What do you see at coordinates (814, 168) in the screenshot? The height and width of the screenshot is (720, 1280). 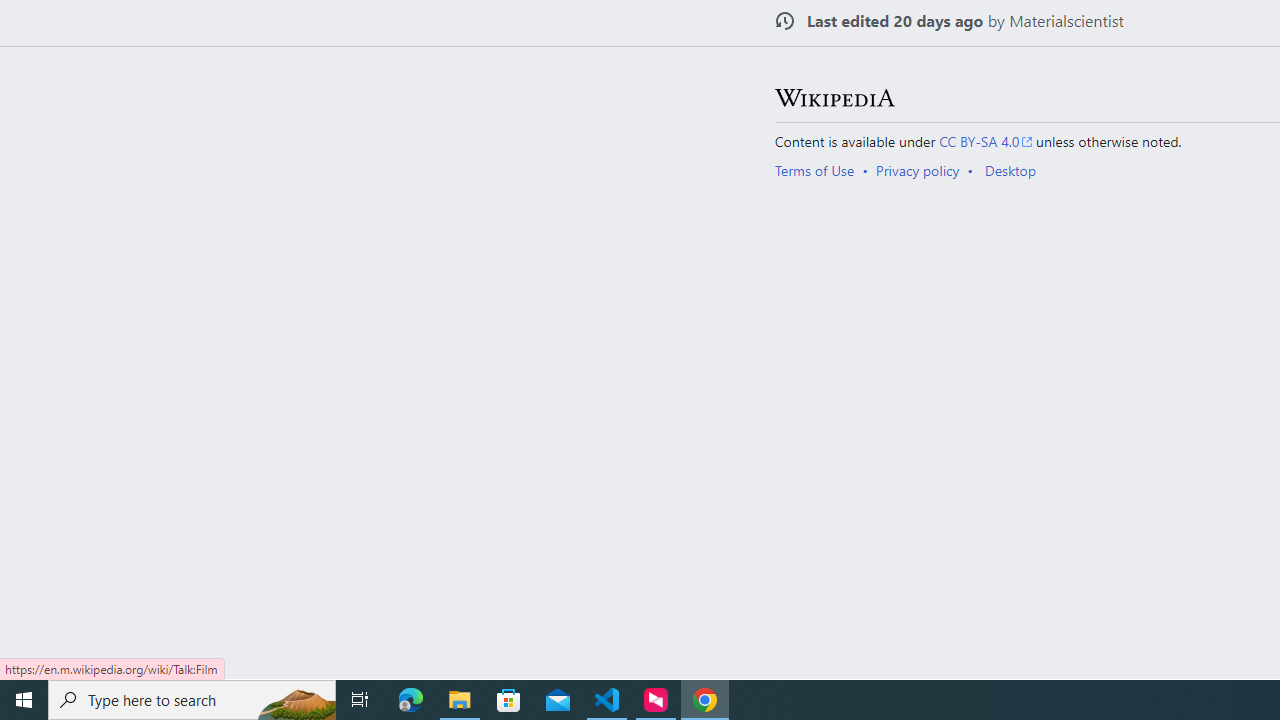 I see `'Terms of Use'` at bounding box center [814, 168].